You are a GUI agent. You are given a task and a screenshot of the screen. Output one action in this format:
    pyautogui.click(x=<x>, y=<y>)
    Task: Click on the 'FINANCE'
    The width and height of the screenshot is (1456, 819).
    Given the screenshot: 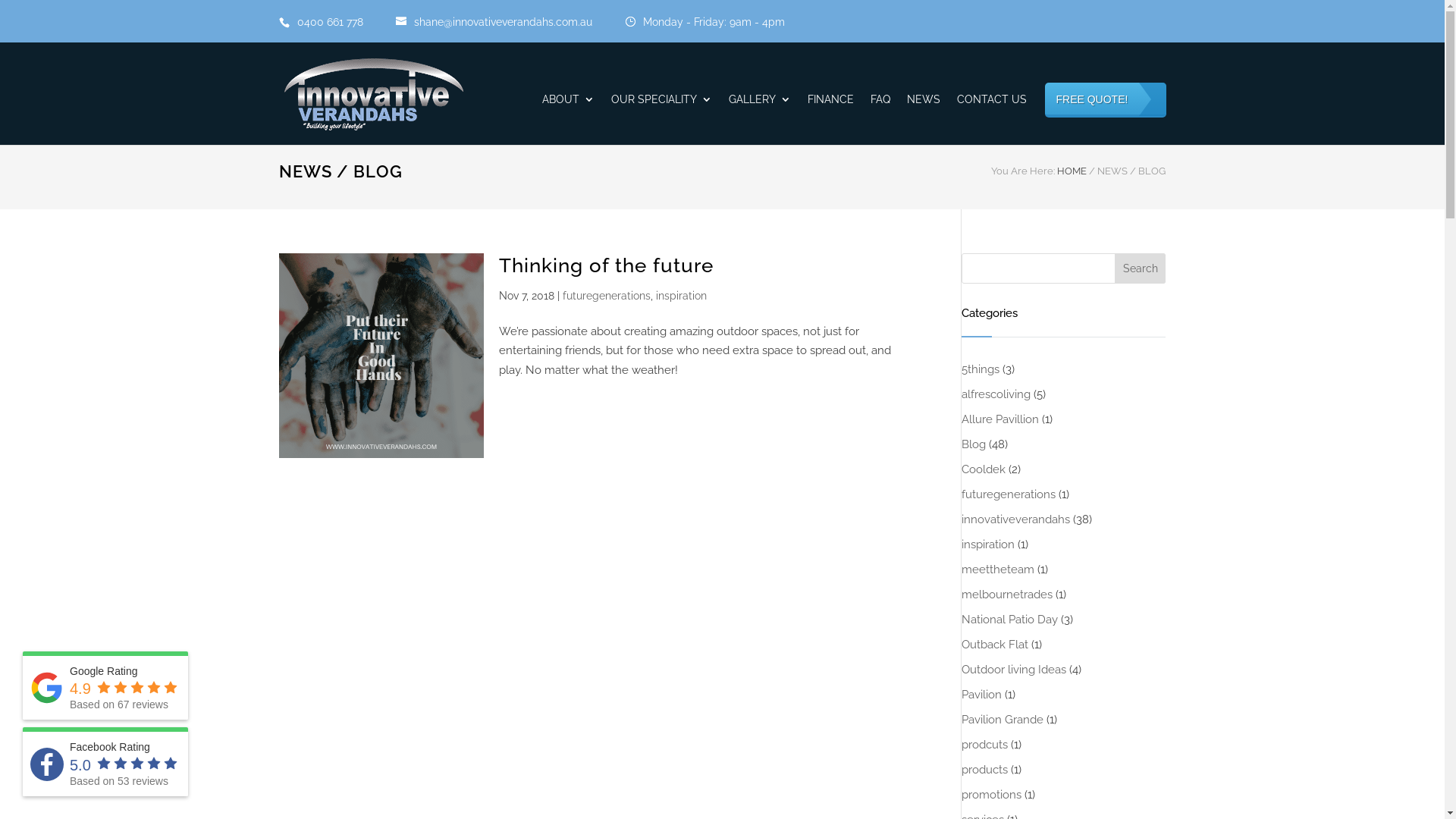 What is the action you would take?
    pyautogui.click(x=829, y=118)
    